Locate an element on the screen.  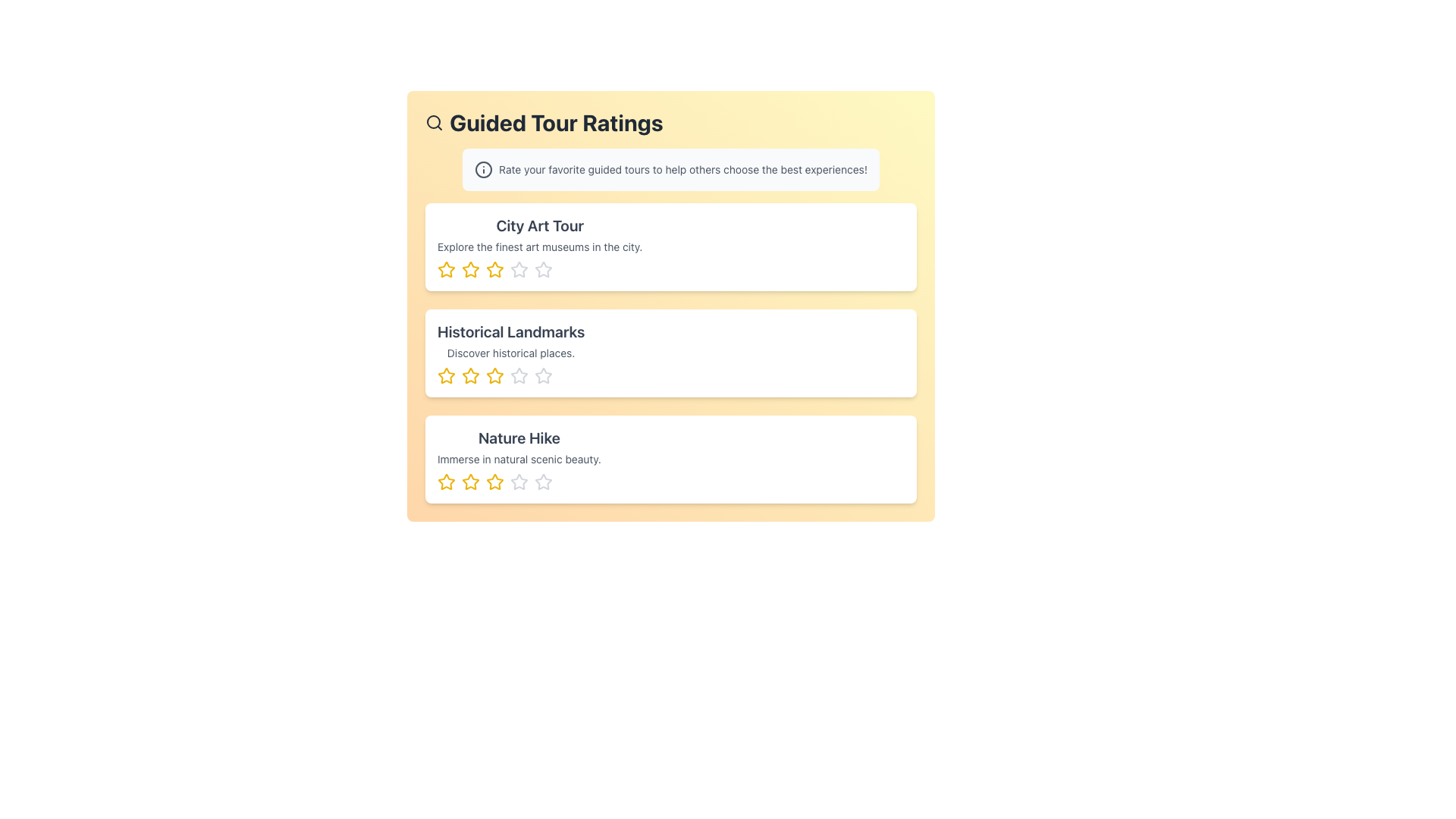
the fourth star icon in the rating component under the 'City Art Tour' section is located at coordinates (540, 268).